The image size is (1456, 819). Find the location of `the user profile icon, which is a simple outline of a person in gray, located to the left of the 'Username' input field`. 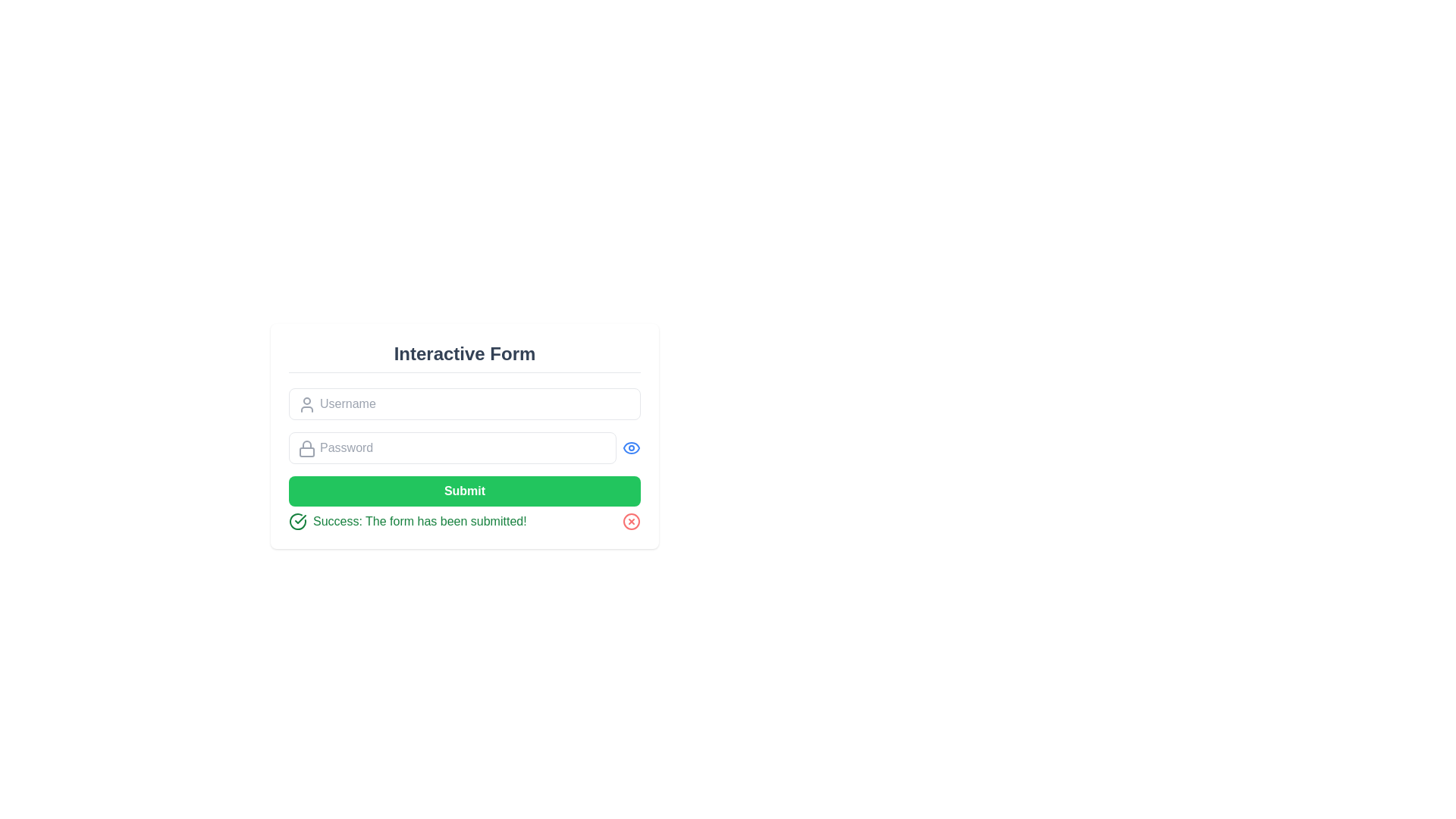

the user profile icon, which is a simple outline of a person in gray, located to the left of the 'Username' input field is located at coordinates (306, 403).